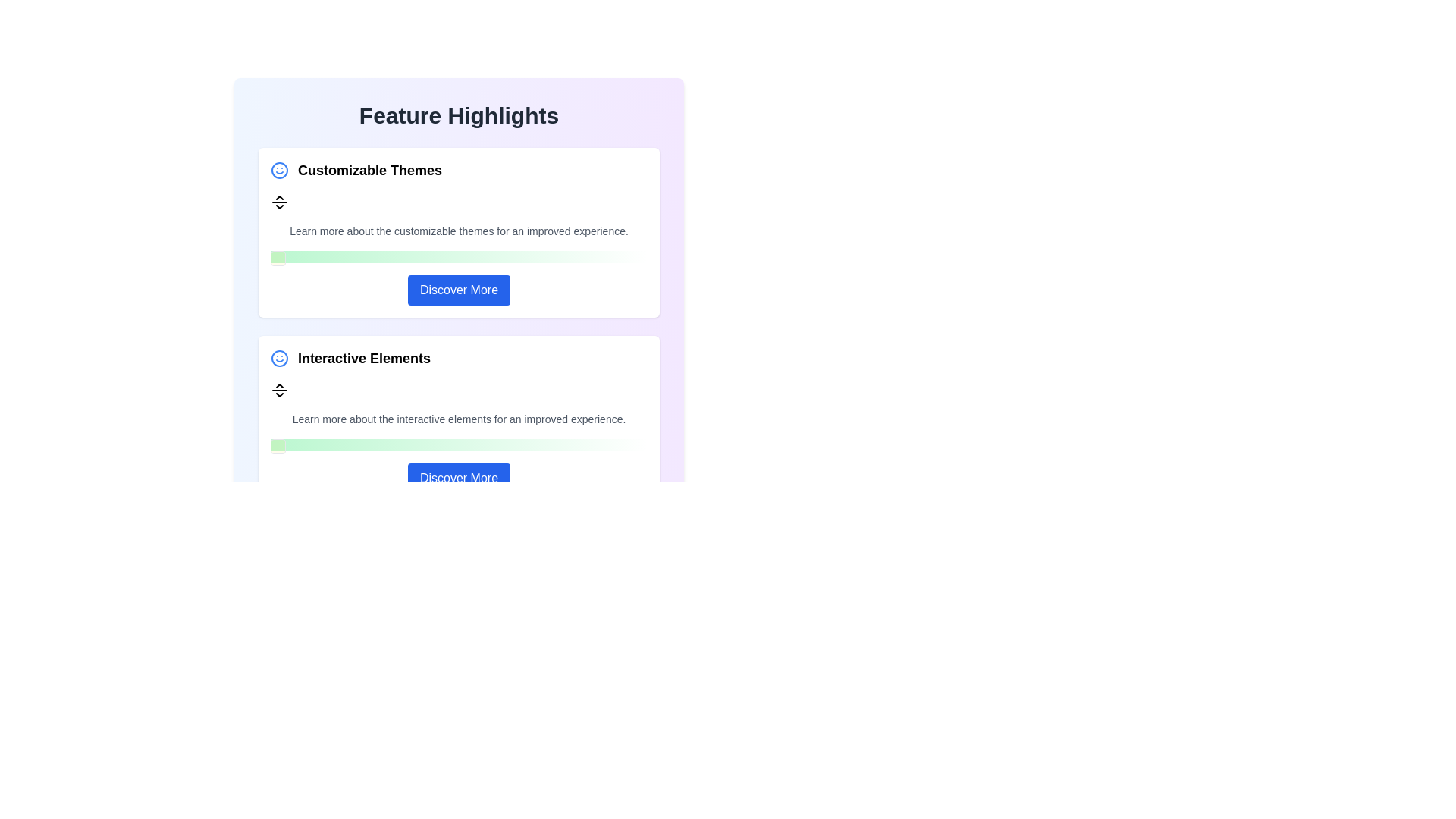  What do you see at coordinates (280, 390) in the screenshot?
I see `the Decorative Icon located within the 'Interactive Elements' card, positioned directly below the title and icon, and above the descriptive text` at bounding box center [280, 390].